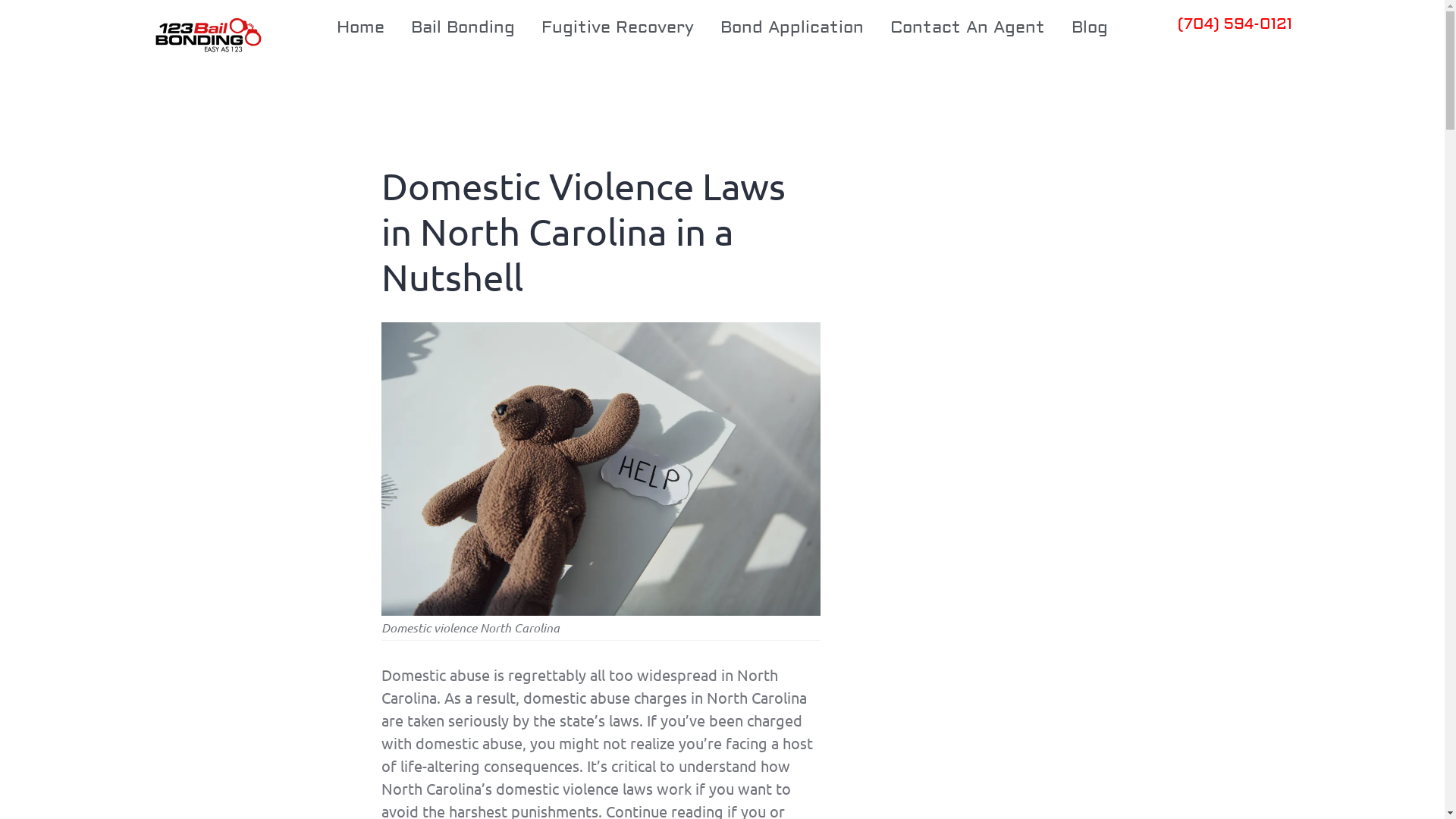  Describe the element at coordinates (146, 35) in the screenshot. I see `'123 Bail Bonding'` at that location.